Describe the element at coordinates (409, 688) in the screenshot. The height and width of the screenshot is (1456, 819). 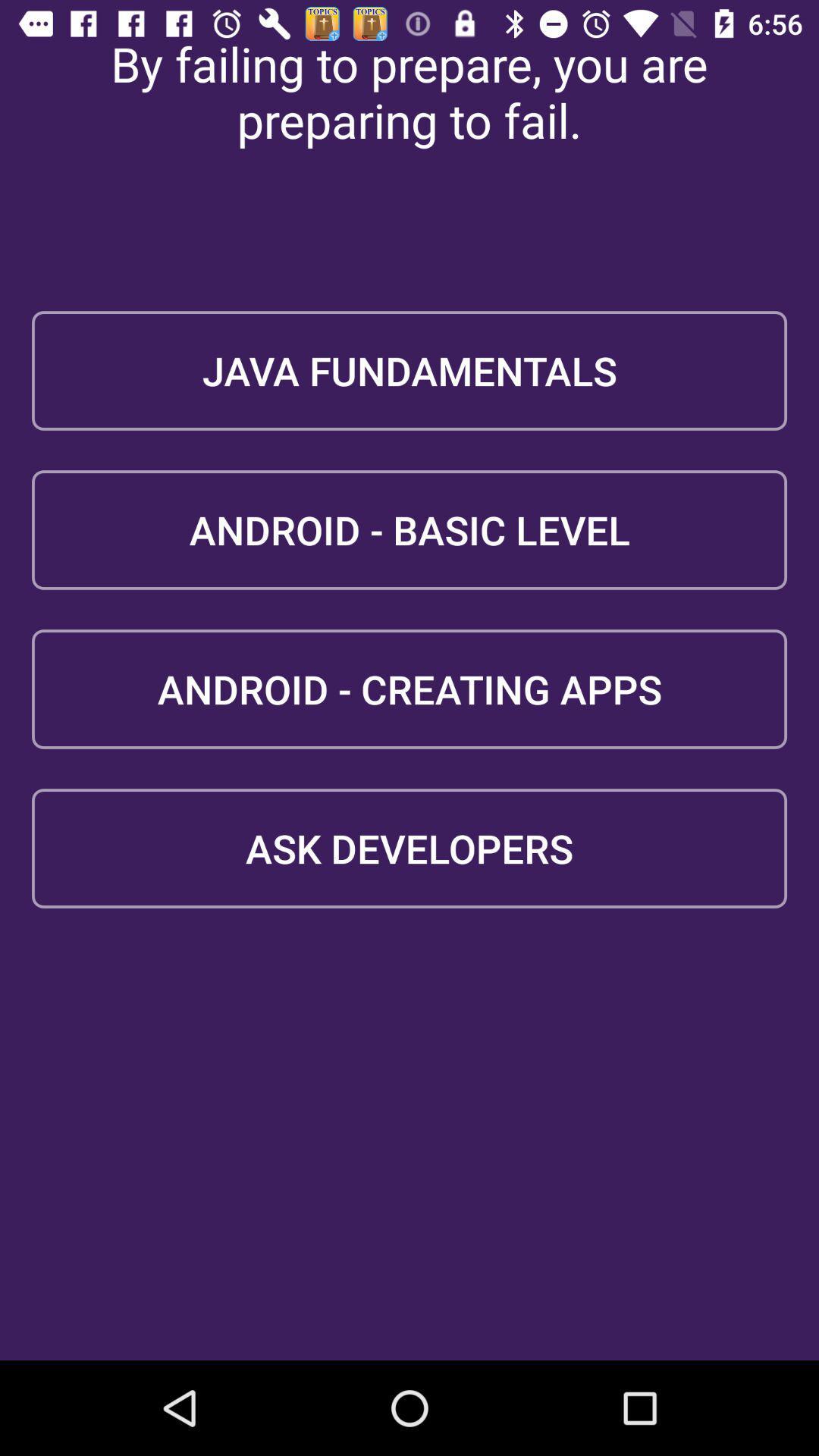
I see `item below android - basic level item` at that location.